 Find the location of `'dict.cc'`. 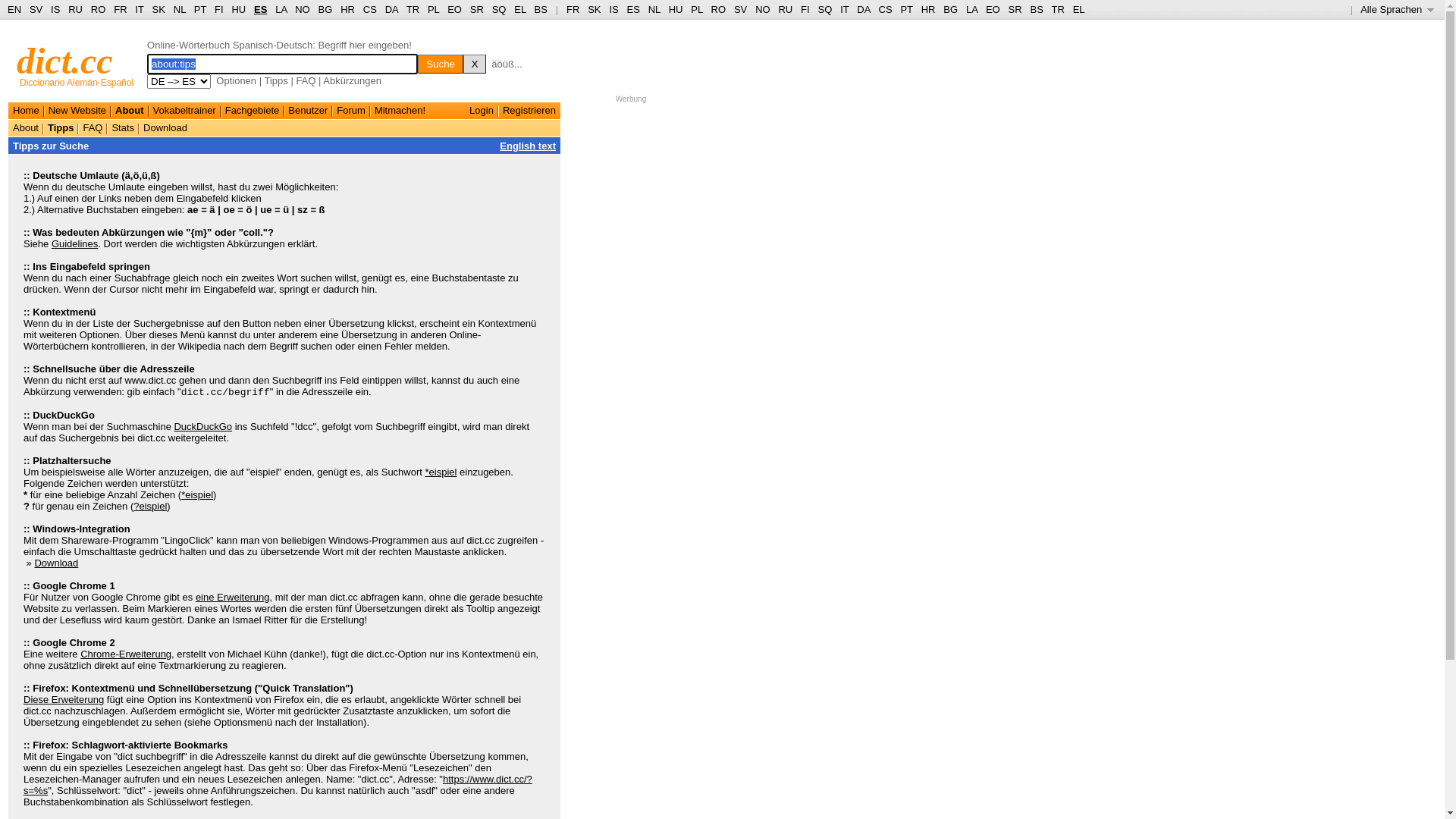

'dict.cc' is located at coordinates (64, 60).